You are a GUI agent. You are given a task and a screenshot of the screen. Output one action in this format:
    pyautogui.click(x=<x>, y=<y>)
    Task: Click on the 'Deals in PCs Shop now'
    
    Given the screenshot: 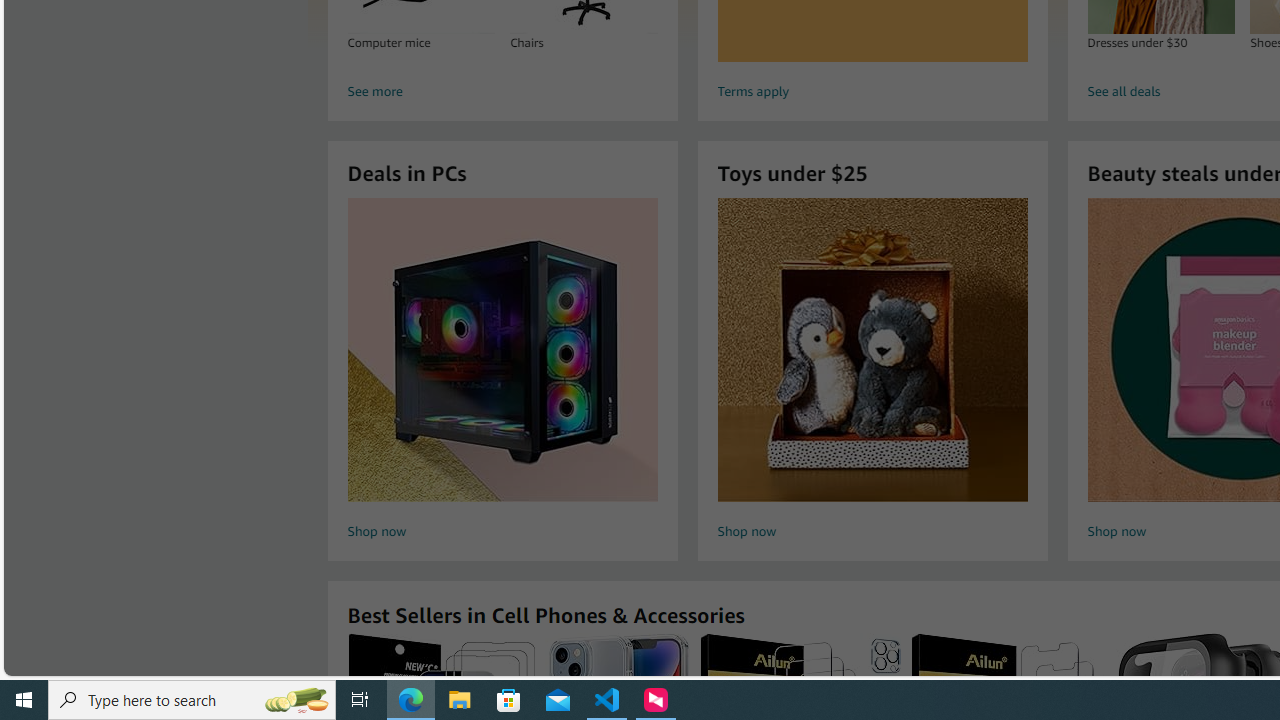 What is the action you would take?
    pyautogui.click(x=502, y=371)
    